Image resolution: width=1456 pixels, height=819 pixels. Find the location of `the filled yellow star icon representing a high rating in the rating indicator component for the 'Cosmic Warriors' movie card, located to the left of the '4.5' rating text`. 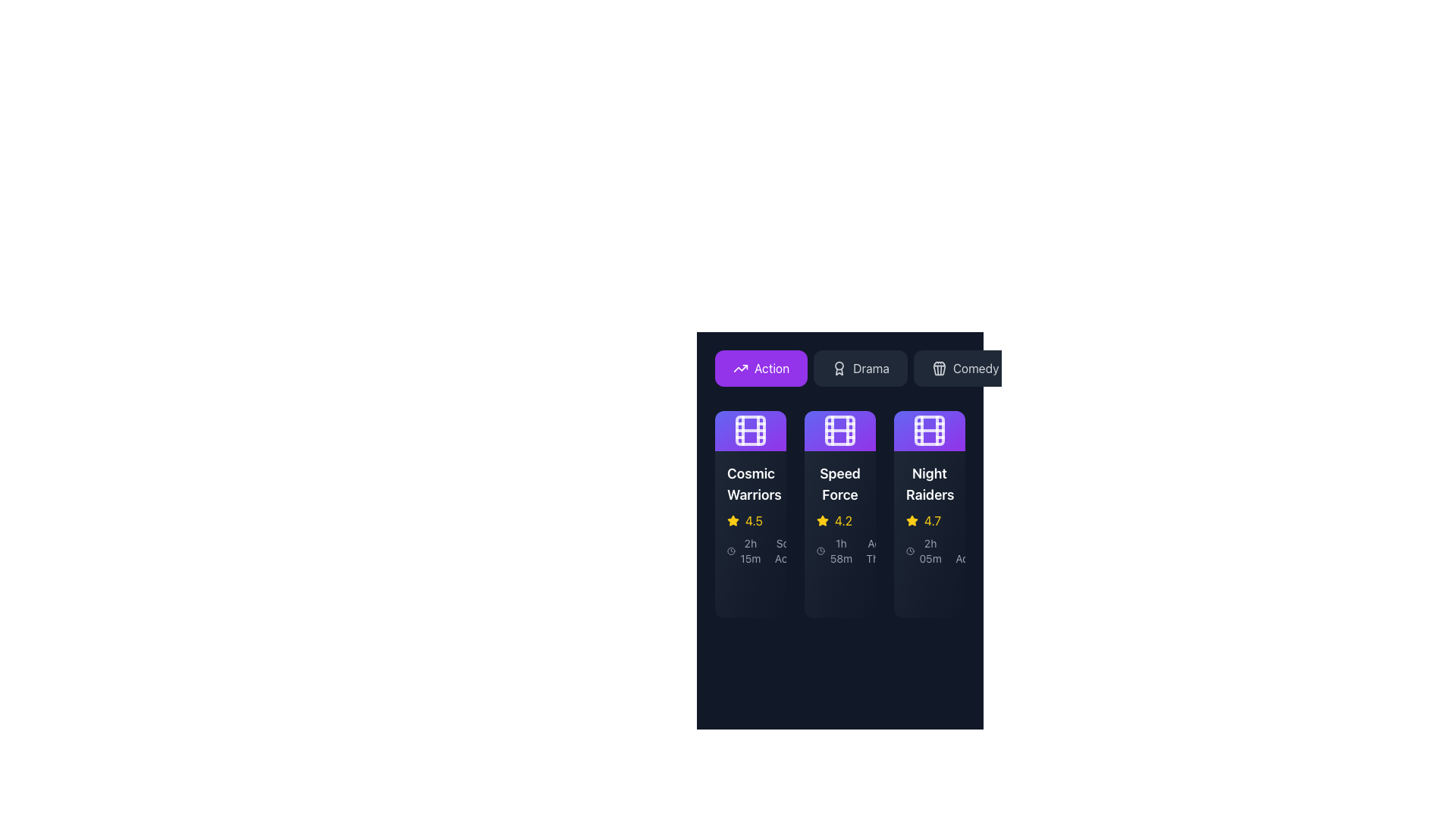

the filled yellow star icon representing a high rating in the rating indicator component for the 'Cosmic Warriors' movie card, located to the left of the '4.5' rating text is located at coordinates (733, 519).